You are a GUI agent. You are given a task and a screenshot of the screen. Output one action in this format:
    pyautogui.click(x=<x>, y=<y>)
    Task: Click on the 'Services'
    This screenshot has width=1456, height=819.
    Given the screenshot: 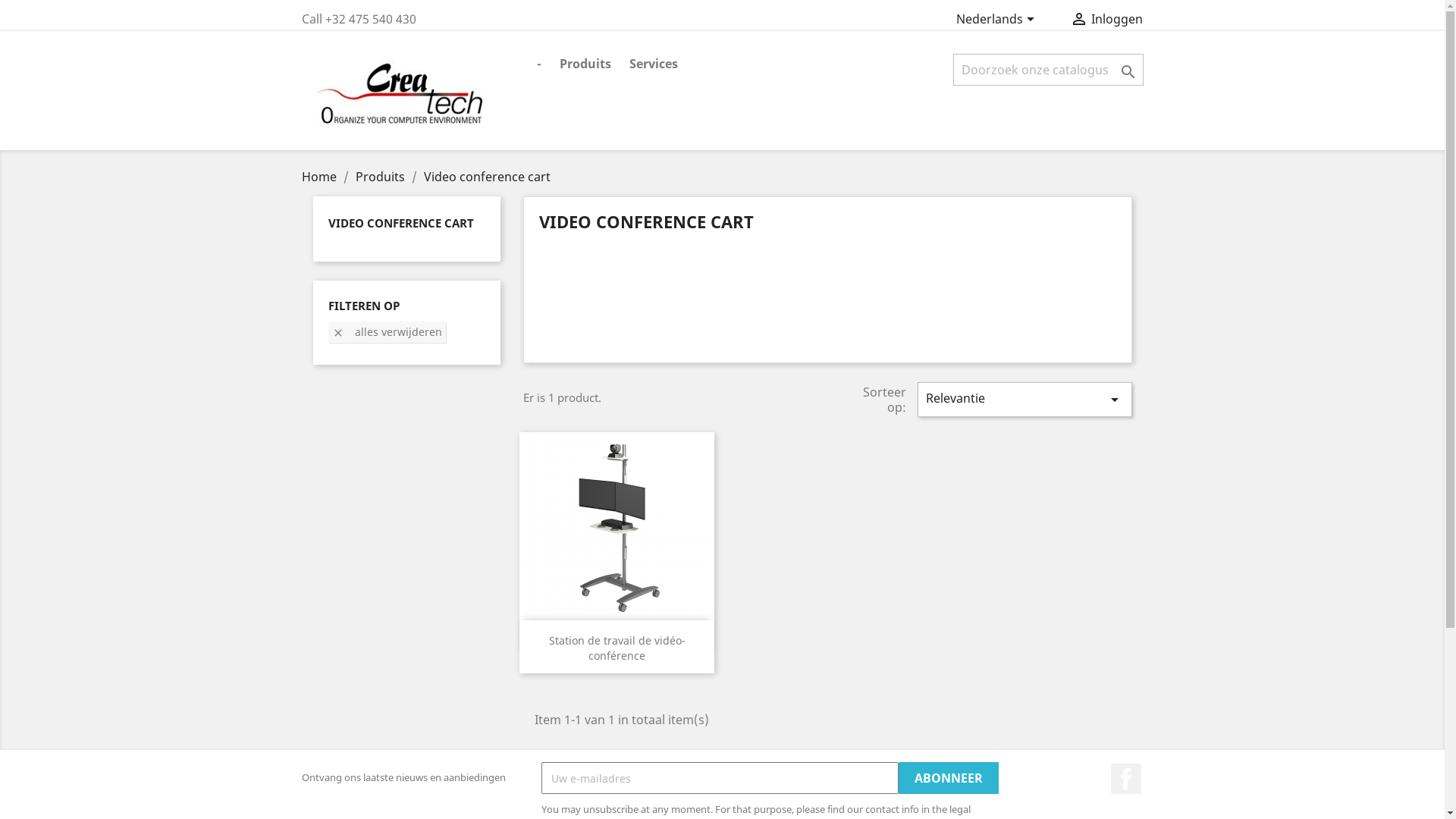 What is the action you would take?
    pyautogui.click(x=654, y=64)
    